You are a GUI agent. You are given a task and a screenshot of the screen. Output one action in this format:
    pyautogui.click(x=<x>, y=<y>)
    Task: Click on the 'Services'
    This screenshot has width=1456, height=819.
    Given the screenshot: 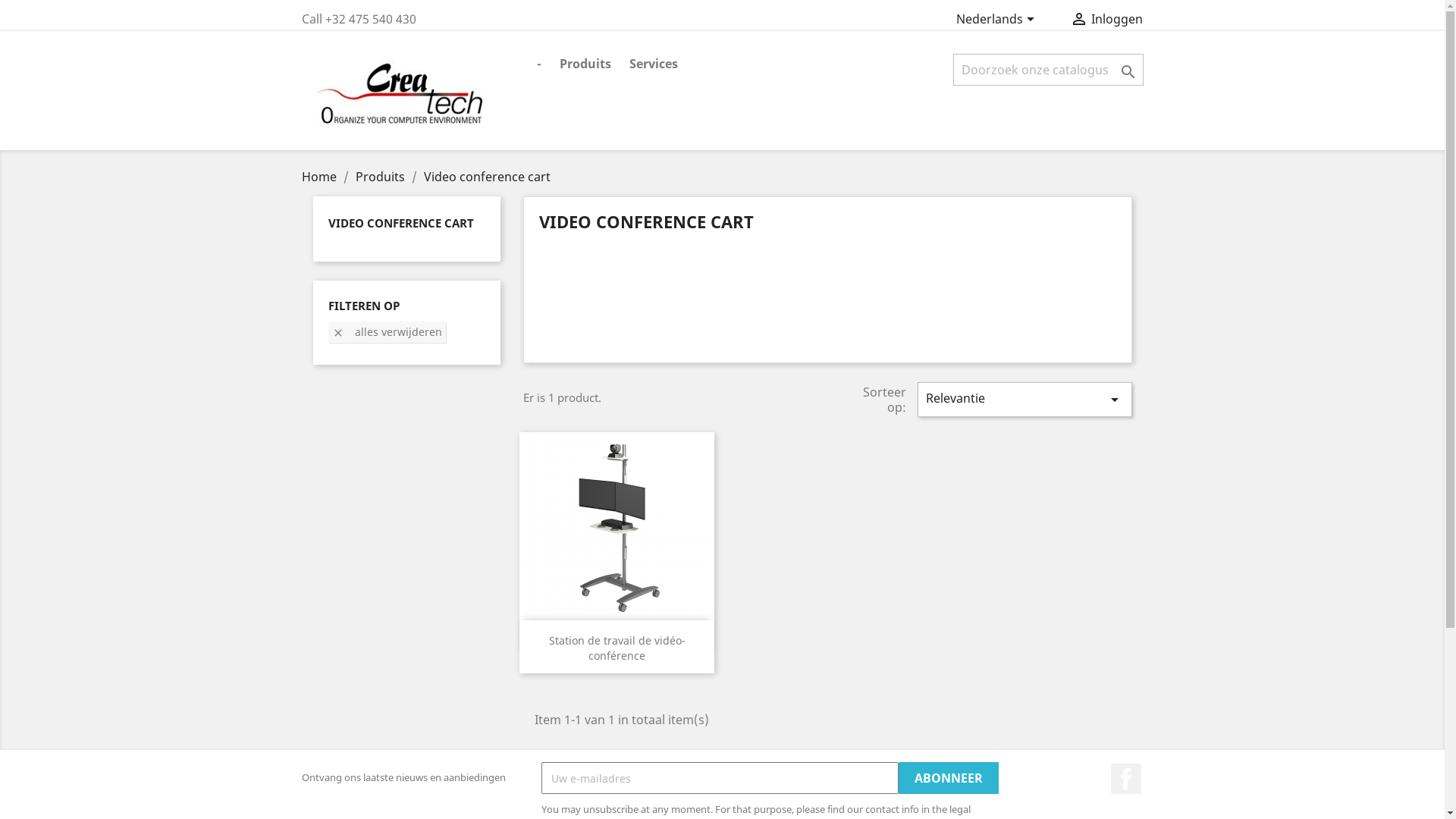 What is the action you would take?
    pyautogui.click(x=654, y=64)
    